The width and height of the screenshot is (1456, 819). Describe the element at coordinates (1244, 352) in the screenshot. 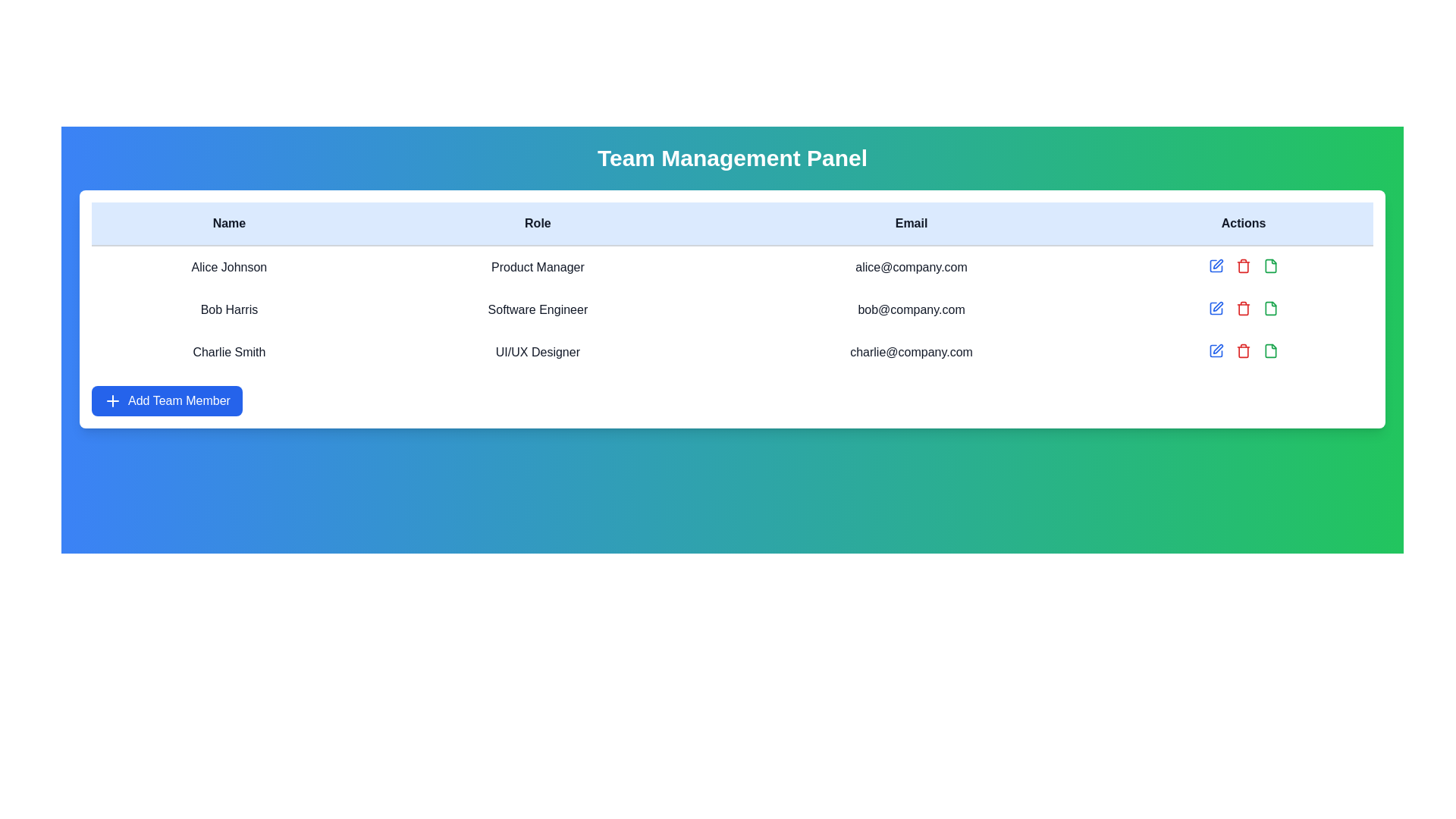

I see `the main body of the trash bin icon in the 'Actions' column associated with 'Charlie Smith' in the last row` at that location.